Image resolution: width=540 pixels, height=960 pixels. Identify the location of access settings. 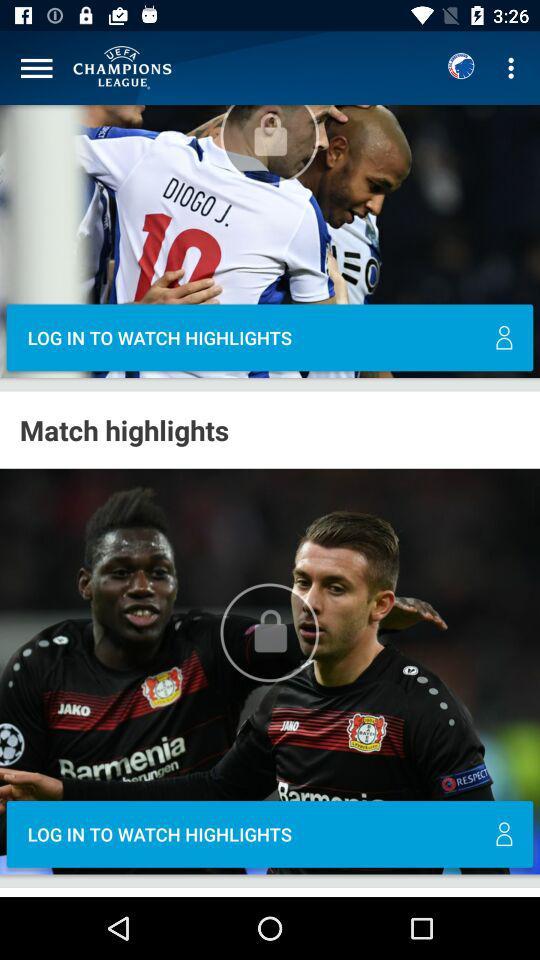
(36, 68).